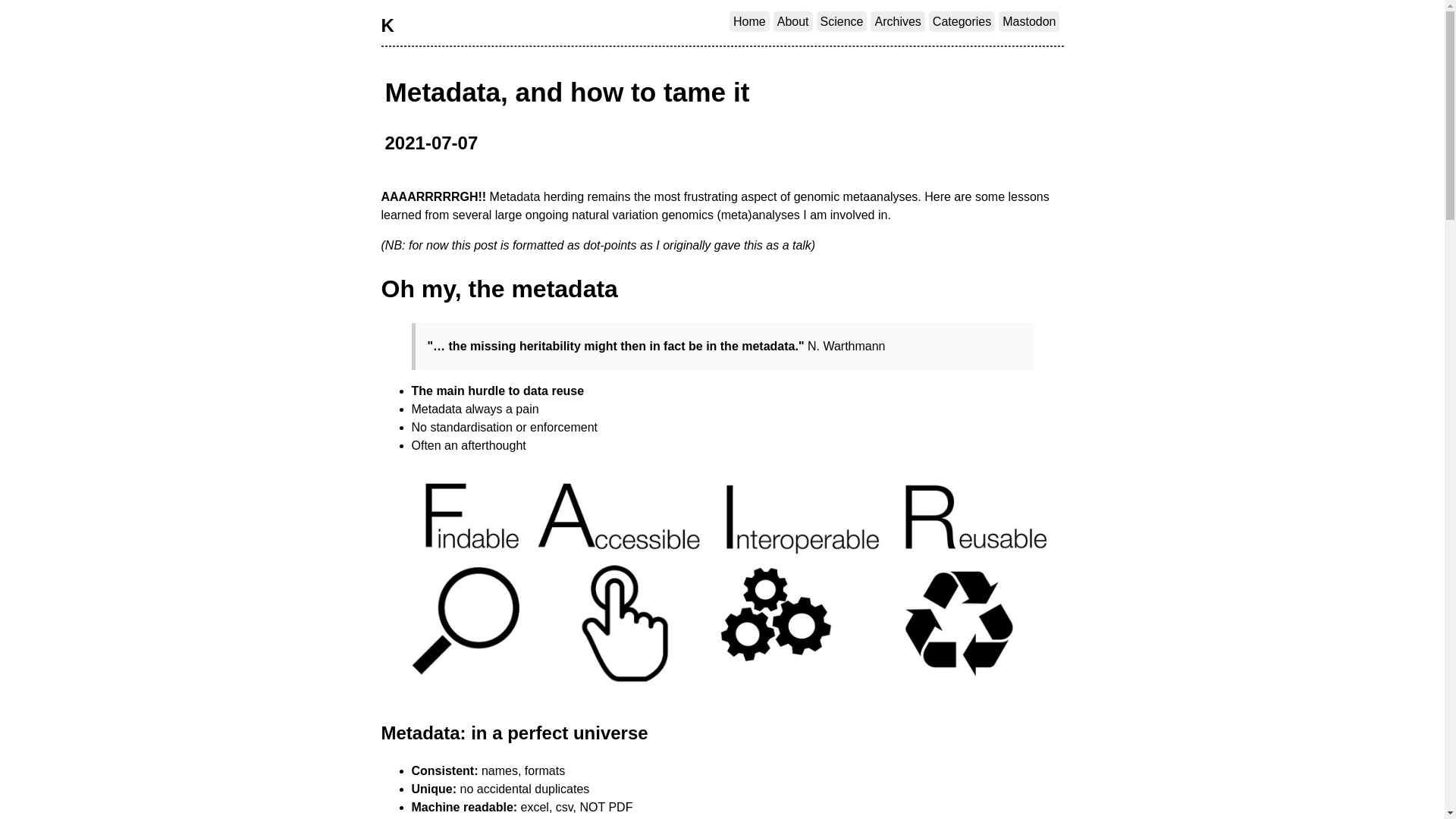 Image resolution: width=1456 pixels, height=819 pixels. I want to click on 'About', so click(773, 21).